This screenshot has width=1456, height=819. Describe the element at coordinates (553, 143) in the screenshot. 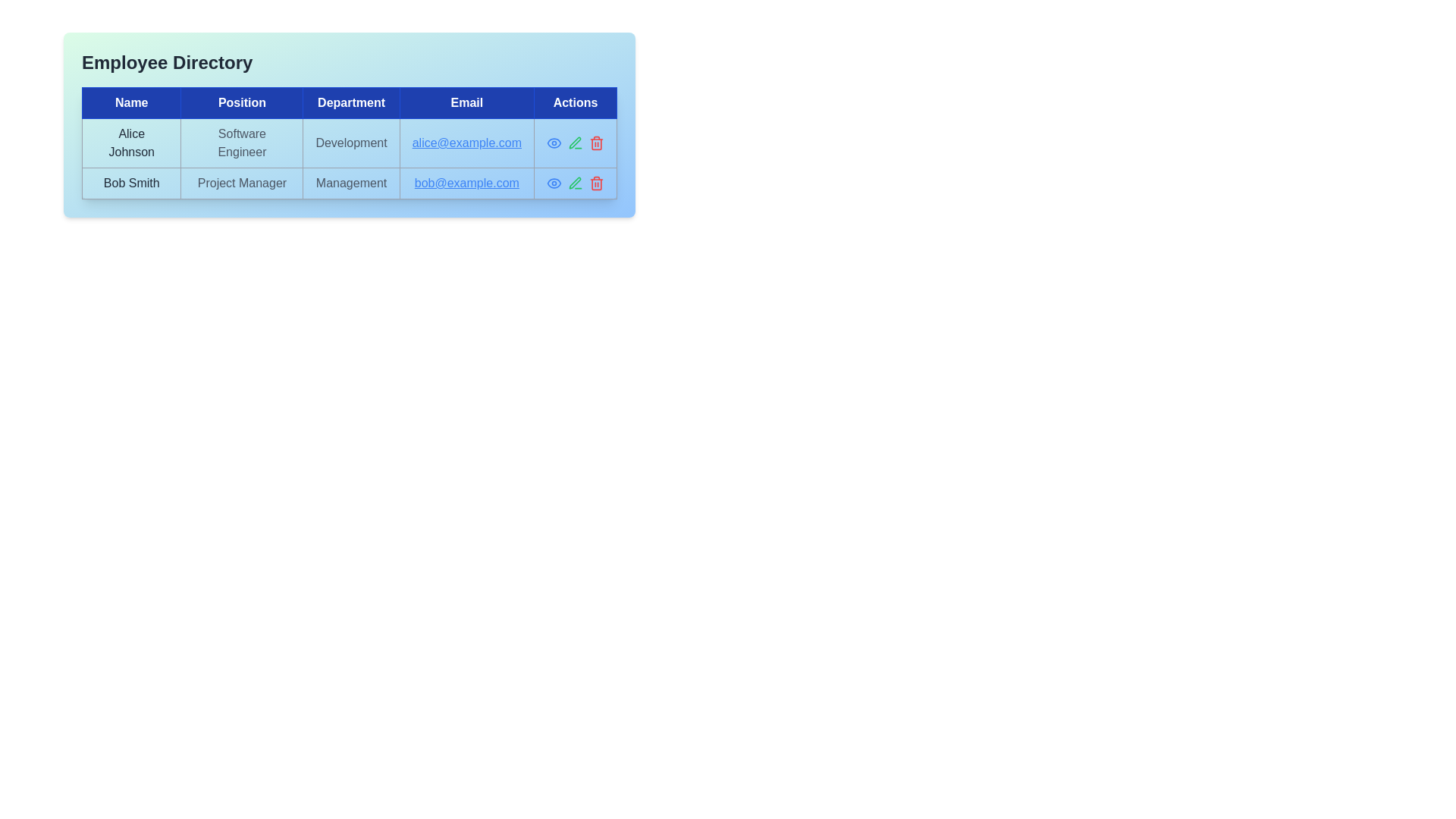

I see `the first part of the eye-shaped icon in the 'Actions' column of the second row in the 'Employee Directory' table` at that location.